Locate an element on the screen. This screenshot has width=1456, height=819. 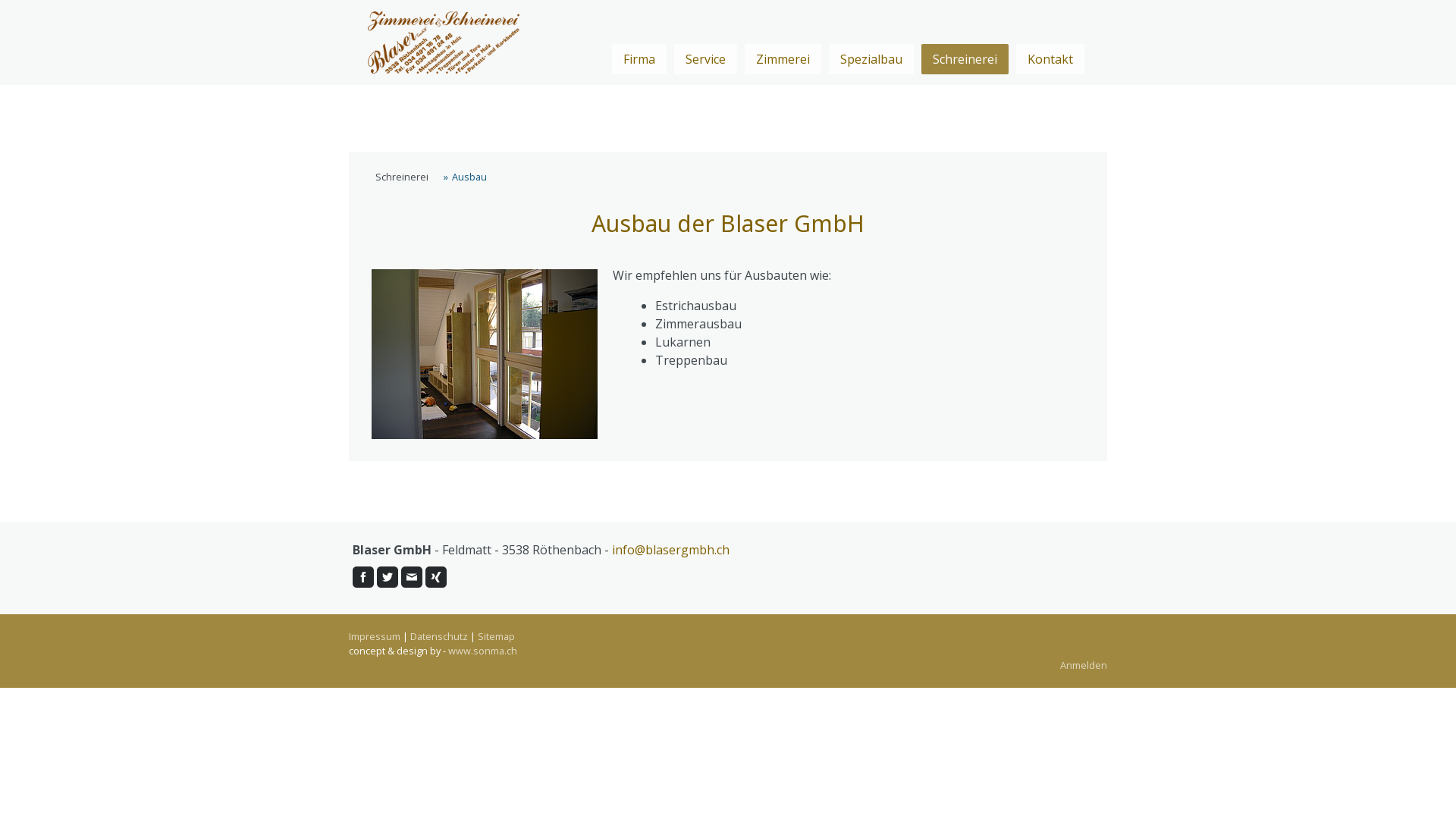
'Schreinerei' is located at coordinates (367, 175).